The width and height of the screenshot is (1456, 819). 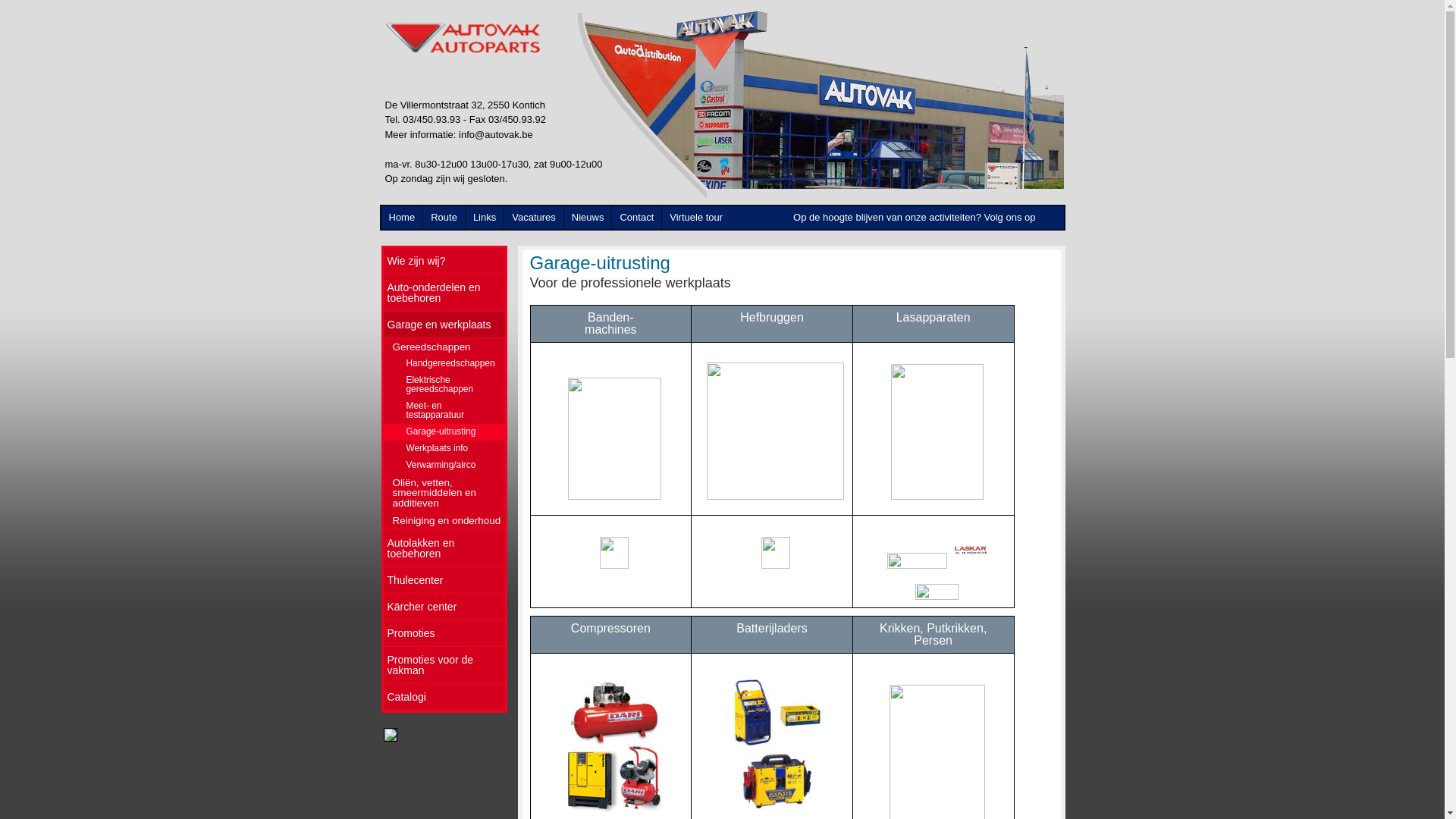 What do you see at coordinates (383, 580) in the screenshot?
I see `'Thulecenter'` at bounding box center [383, 580].